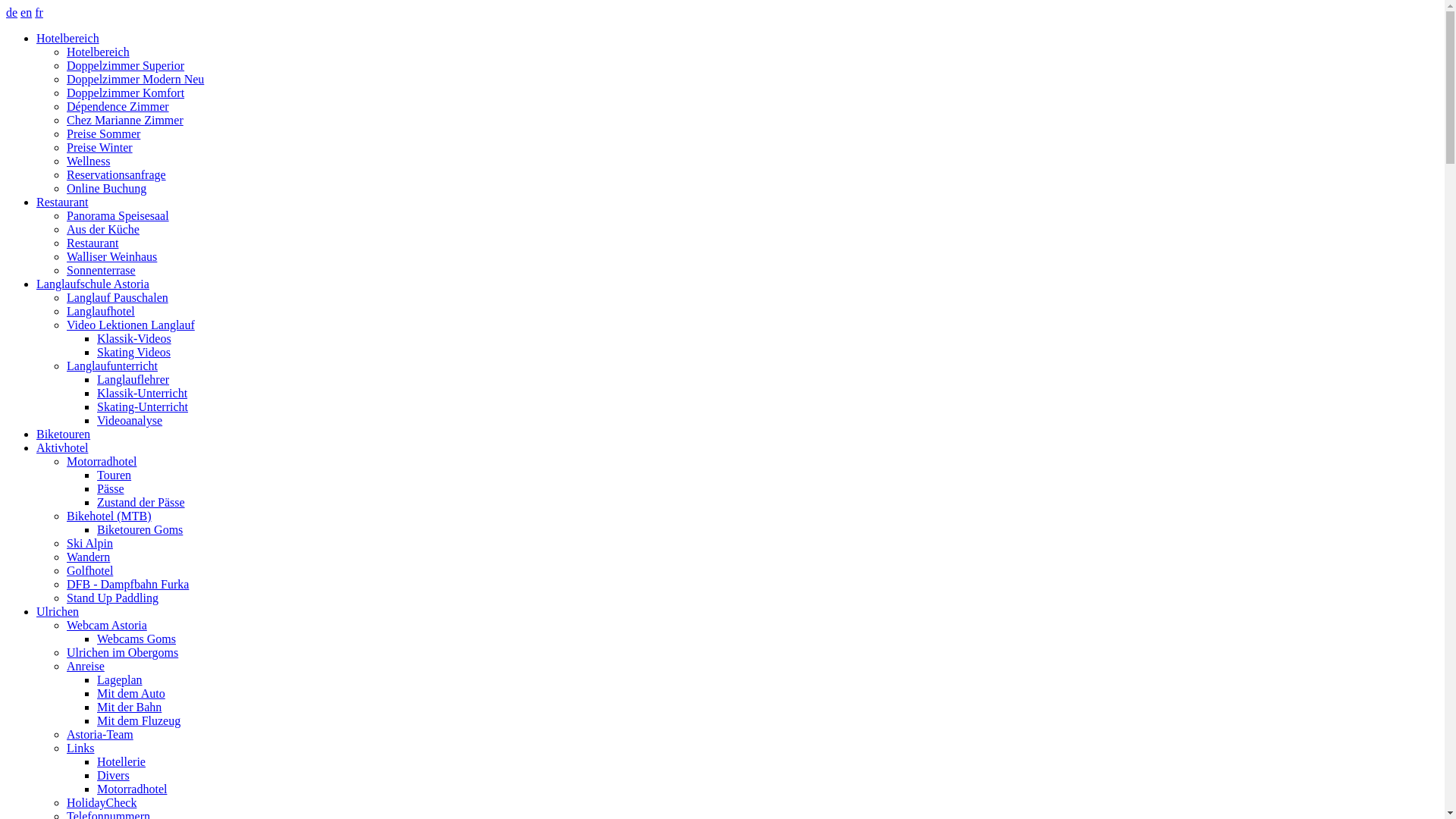  What do you see at coordinates (130, 420) in the screenshot?
I see `'Videoanalyse'` at bounding box center [130, 420].